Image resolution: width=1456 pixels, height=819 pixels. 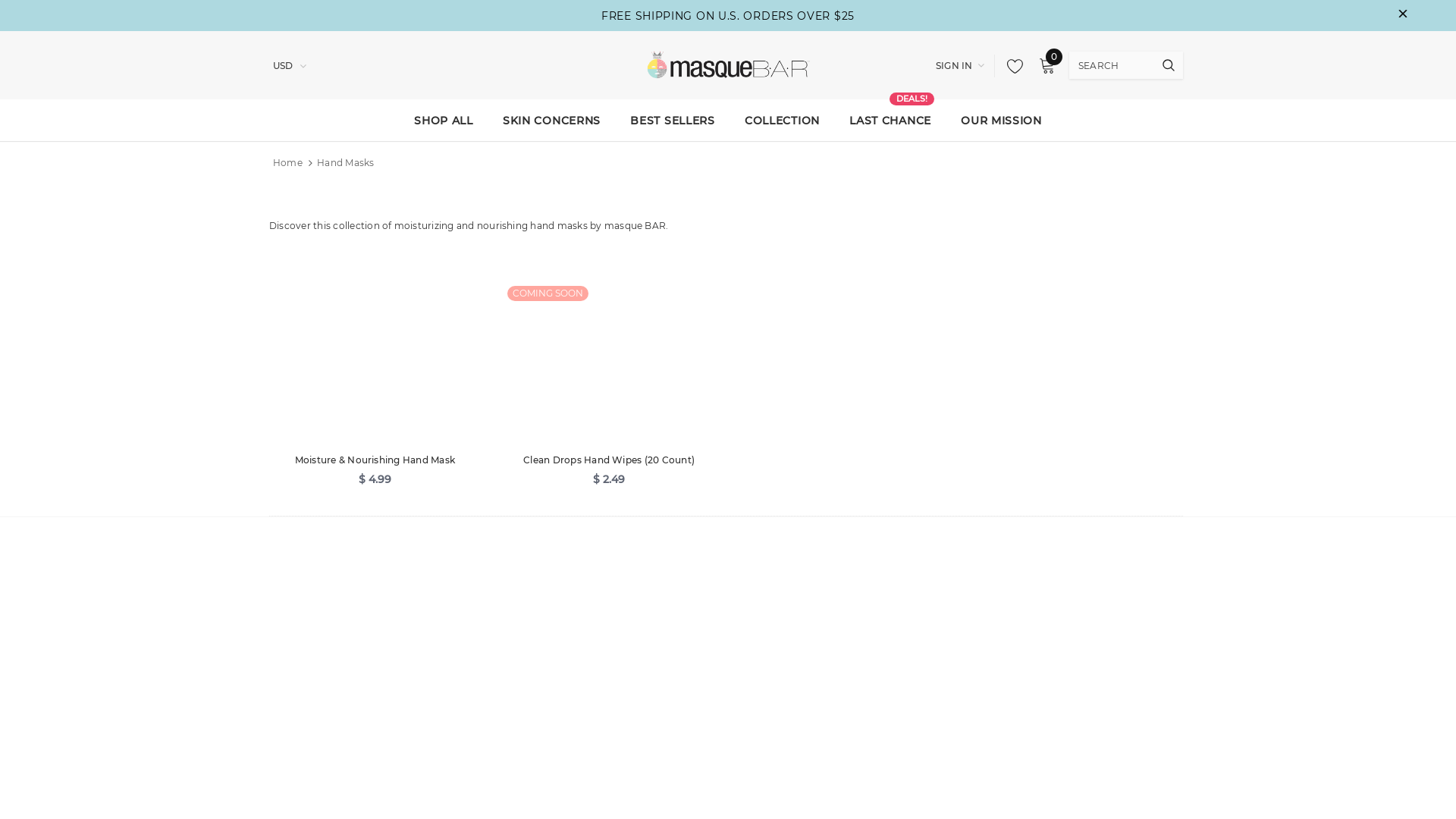 What do you see at coordinates (782, 119) in the screenshot?
I see `'COLLECTION'` at bounding box center [782, 119].